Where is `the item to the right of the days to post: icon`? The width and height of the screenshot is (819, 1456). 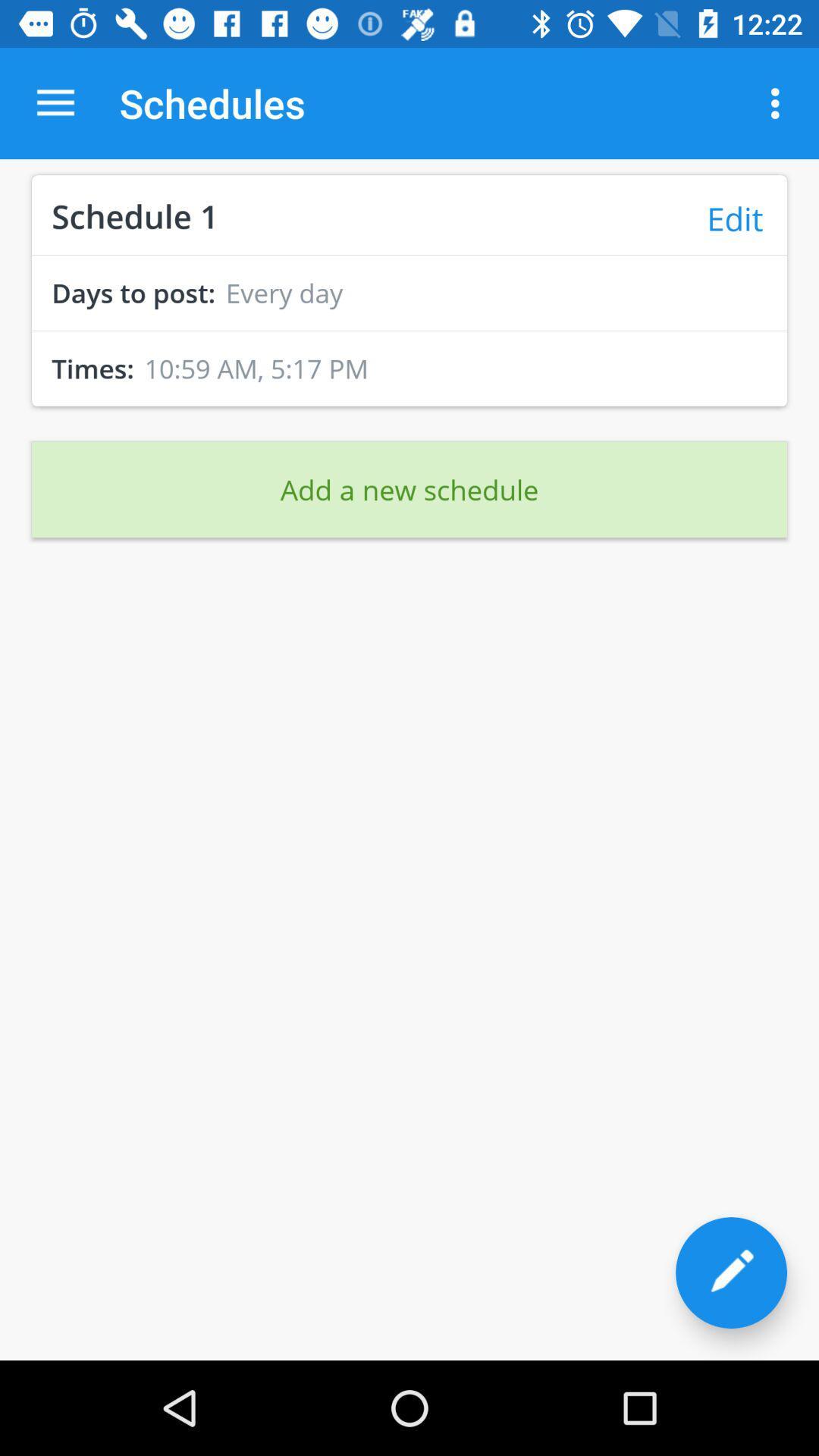
the item to the right of the days to post: icon is located at coordinates (284, 293).